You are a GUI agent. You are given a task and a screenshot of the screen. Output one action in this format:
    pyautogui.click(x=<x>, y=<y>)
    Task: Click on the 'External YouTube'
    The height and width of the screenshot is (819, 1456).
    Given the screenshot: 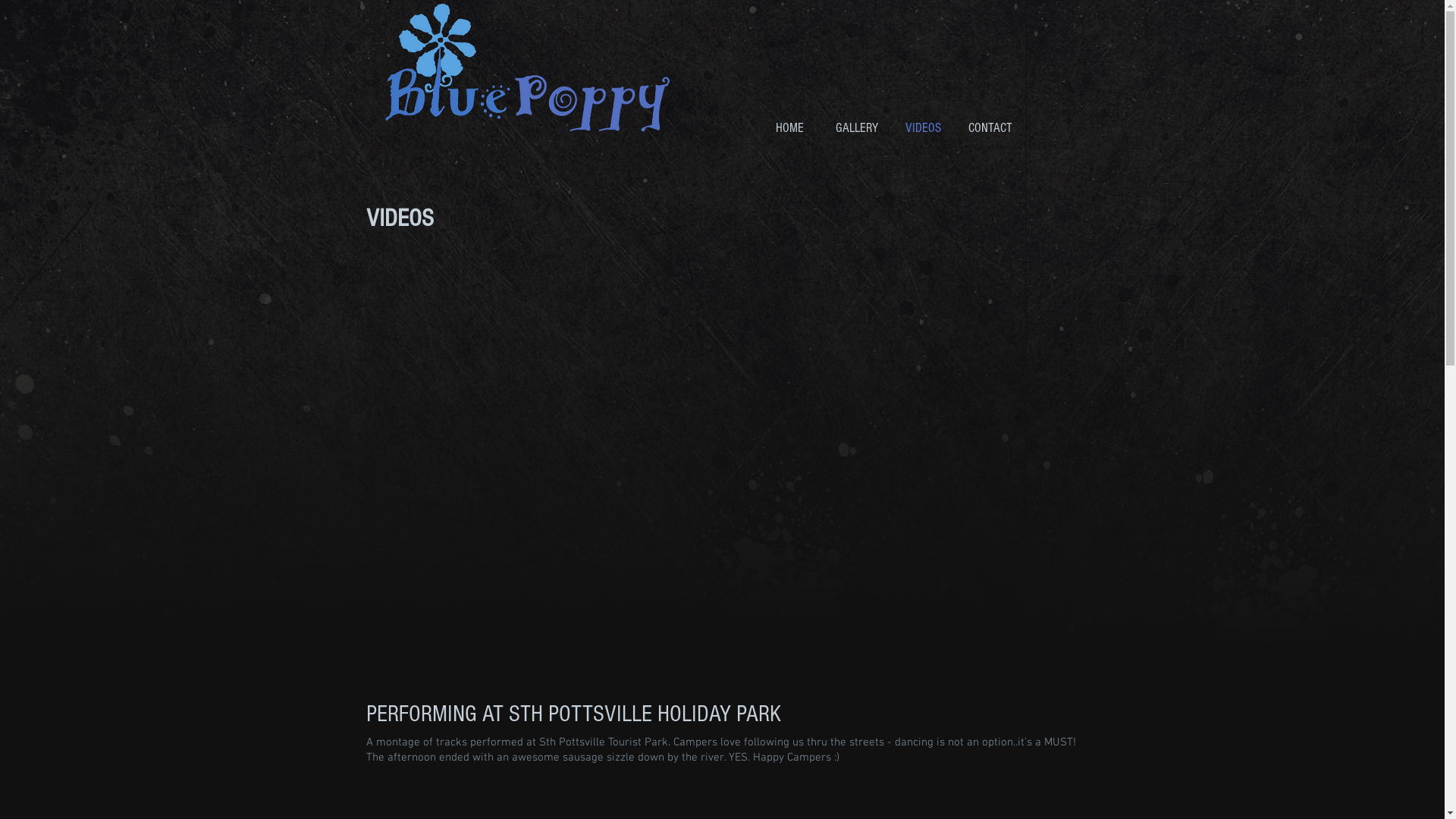 What is the action you would take?
    pyautogui.click(x=720, y=465)
    